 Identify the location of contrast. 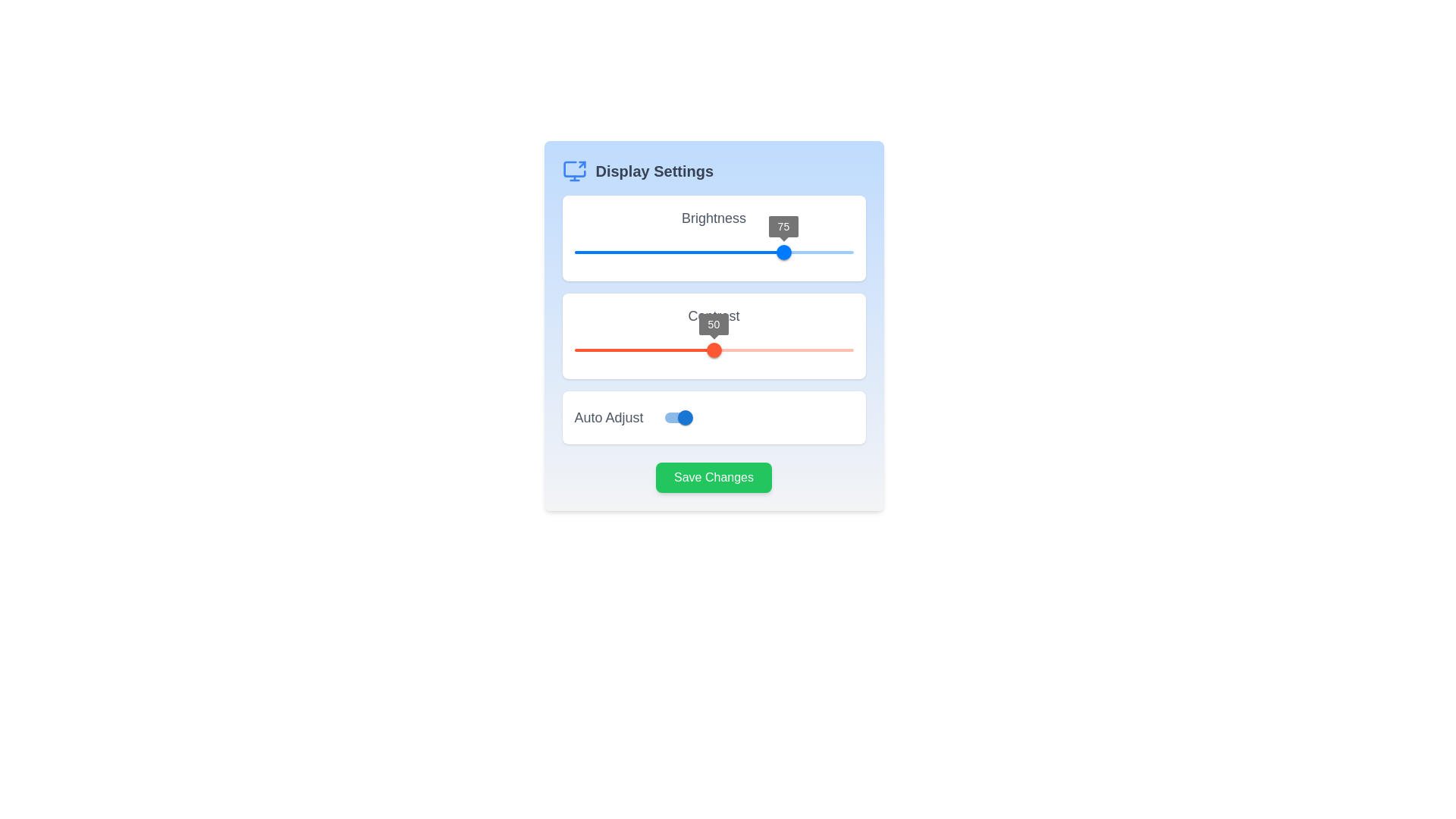
(661, 350).